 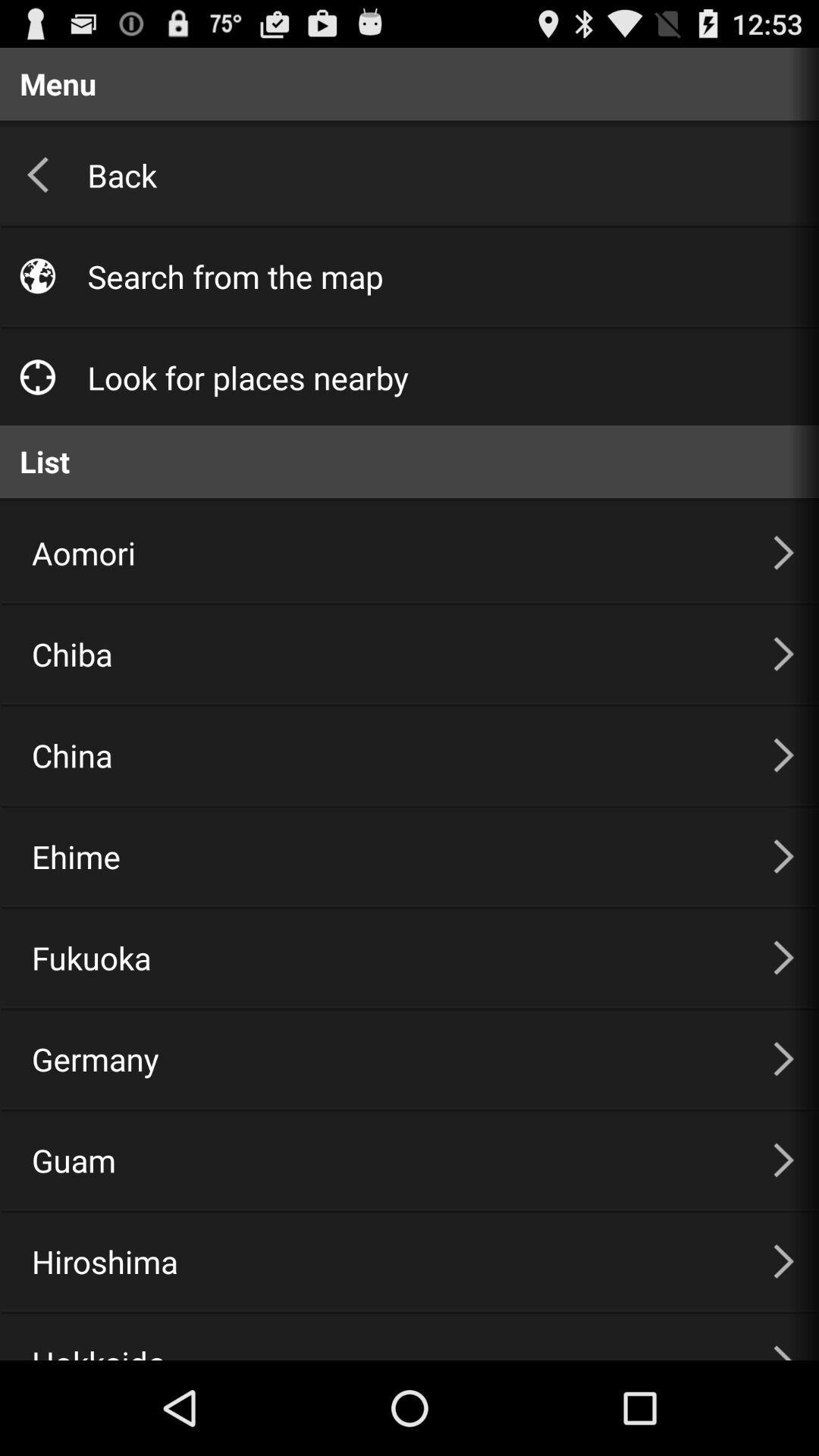 What do you see at coordinates (37, 174) in the screenshot?
I see `arrow which is left to the back` at bounding box center [37, 174].